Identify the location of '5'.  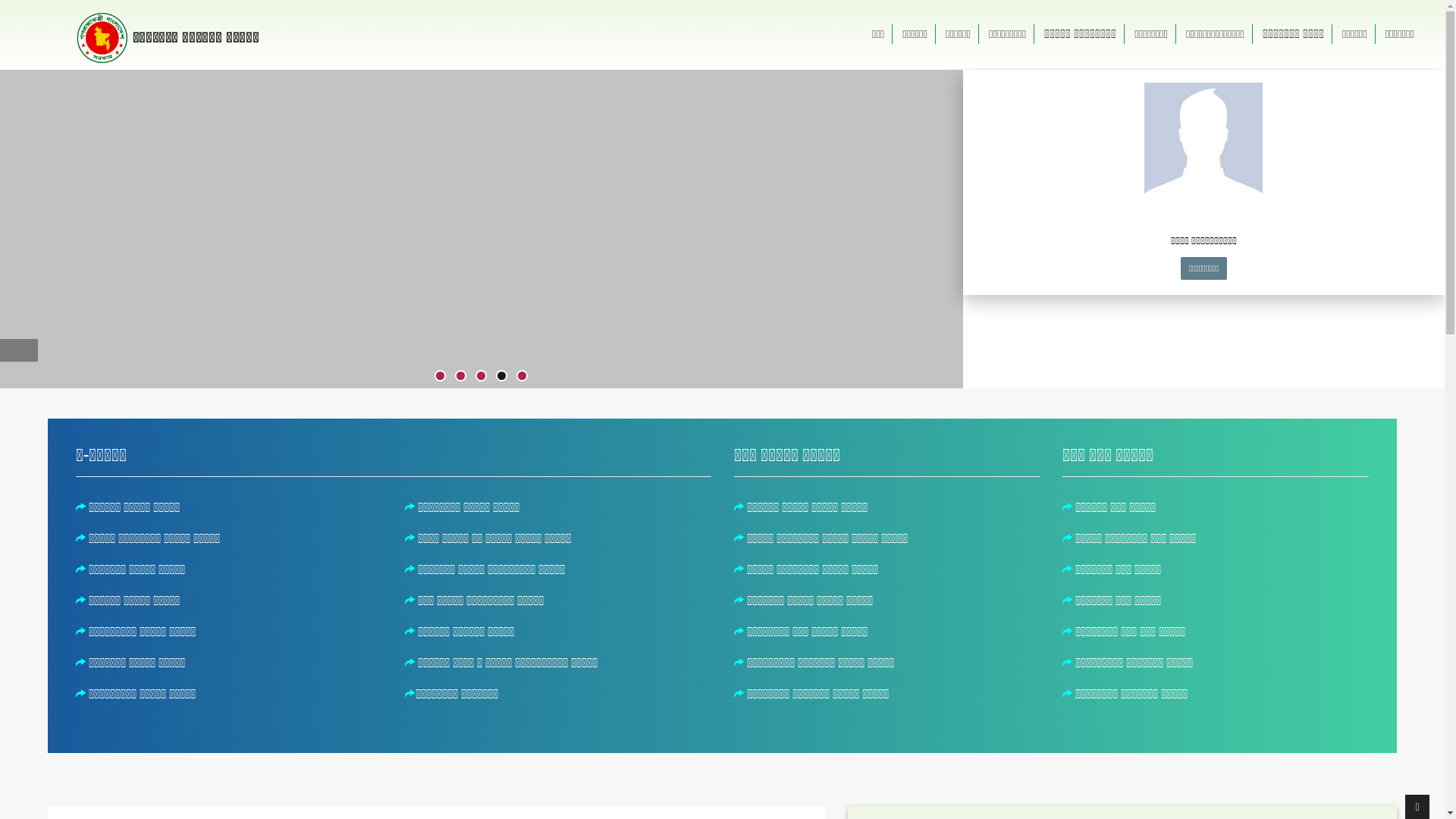
(522, 375).